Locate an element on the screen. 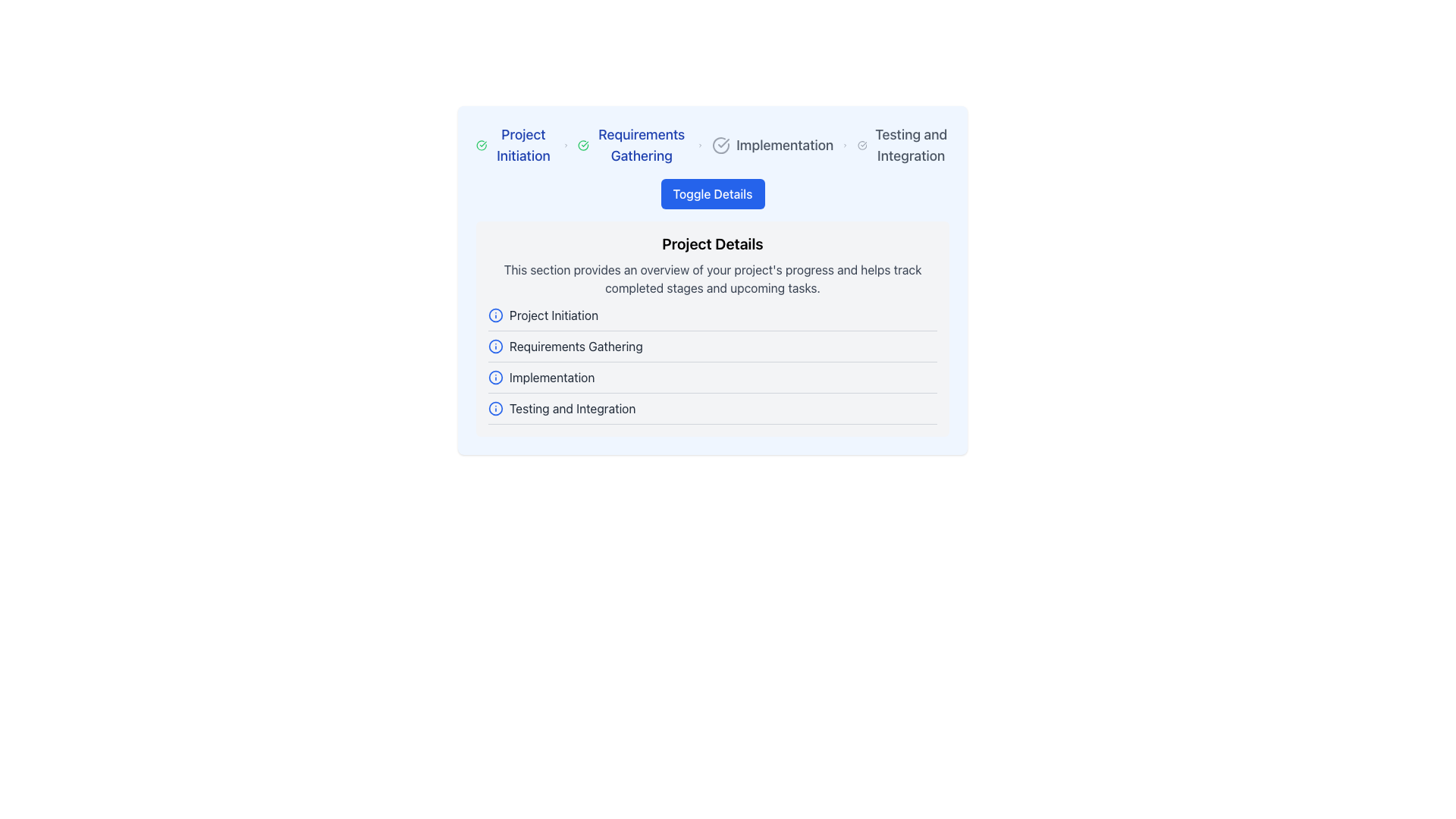  the SVG circle component with a blue border located inside the first item's icon area, above the text 'Project Initiation' is located at coordinates (495, 315).